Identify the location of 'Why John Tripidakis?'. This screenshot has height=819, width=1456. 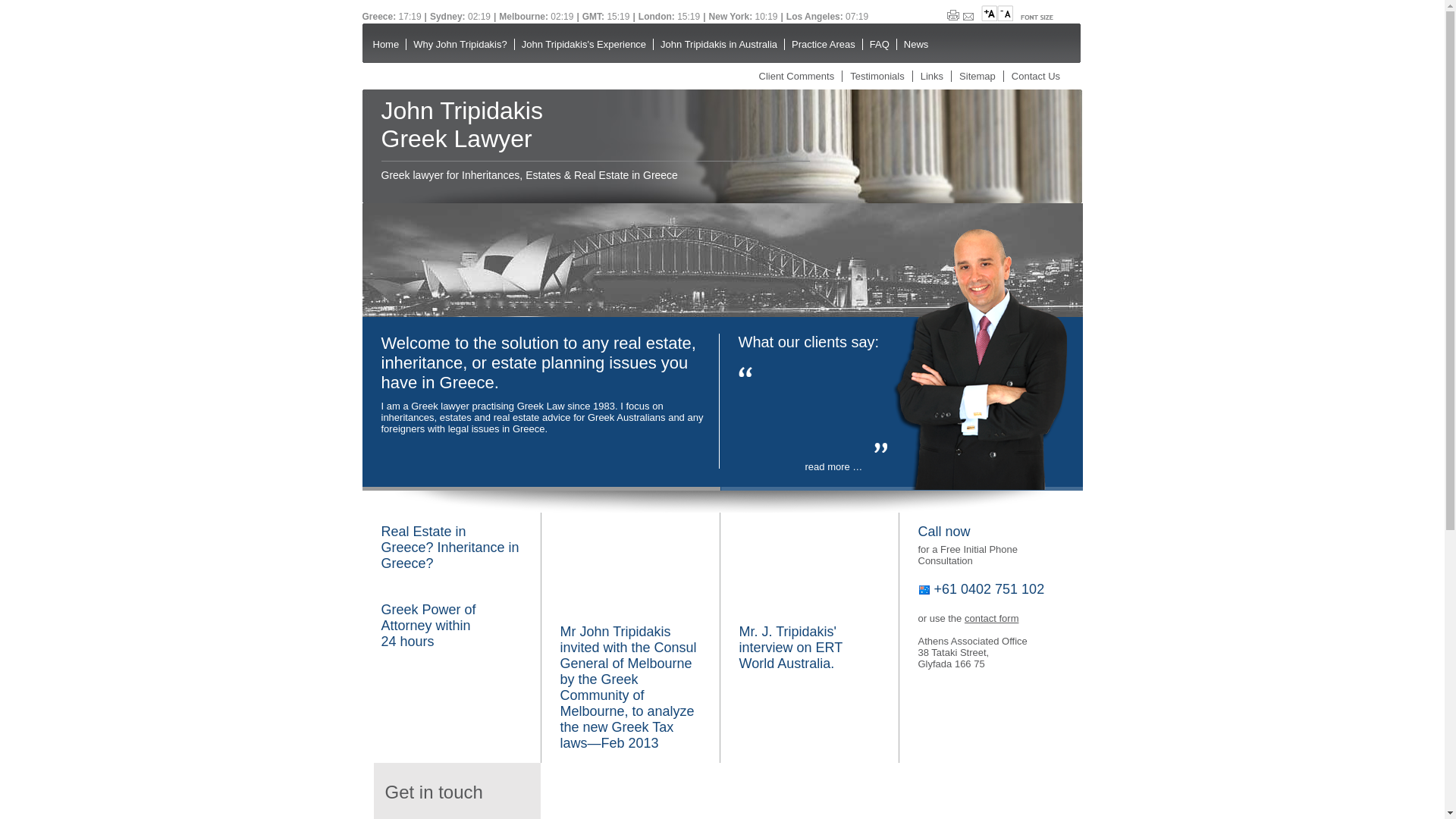
(459, 43).